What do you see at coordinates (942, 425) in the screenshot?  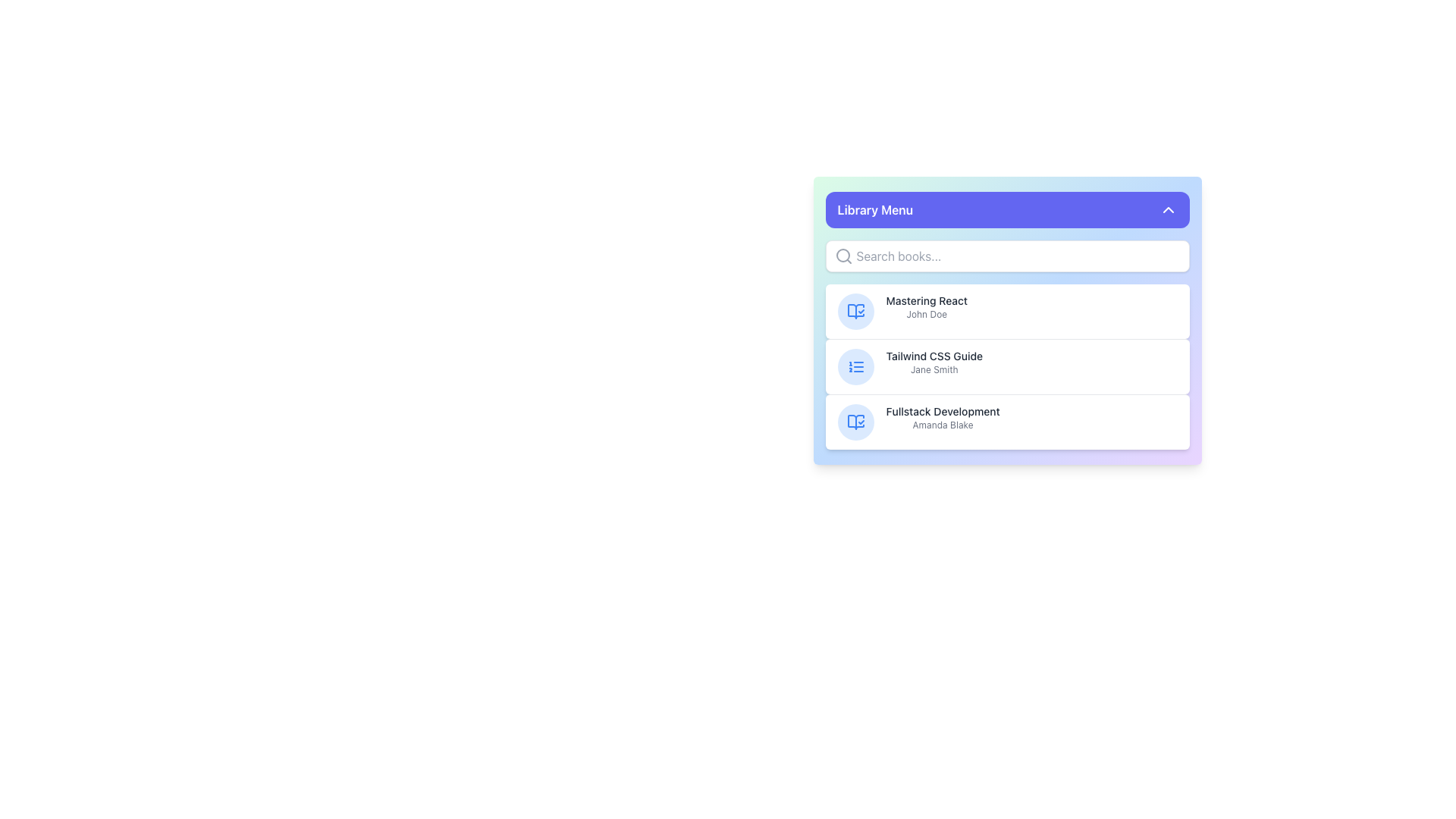 I see `the text label located in the third row beneath the 'Fullstack Development' header in the 'Library Menu' interface` at bounding box center [942, 425].